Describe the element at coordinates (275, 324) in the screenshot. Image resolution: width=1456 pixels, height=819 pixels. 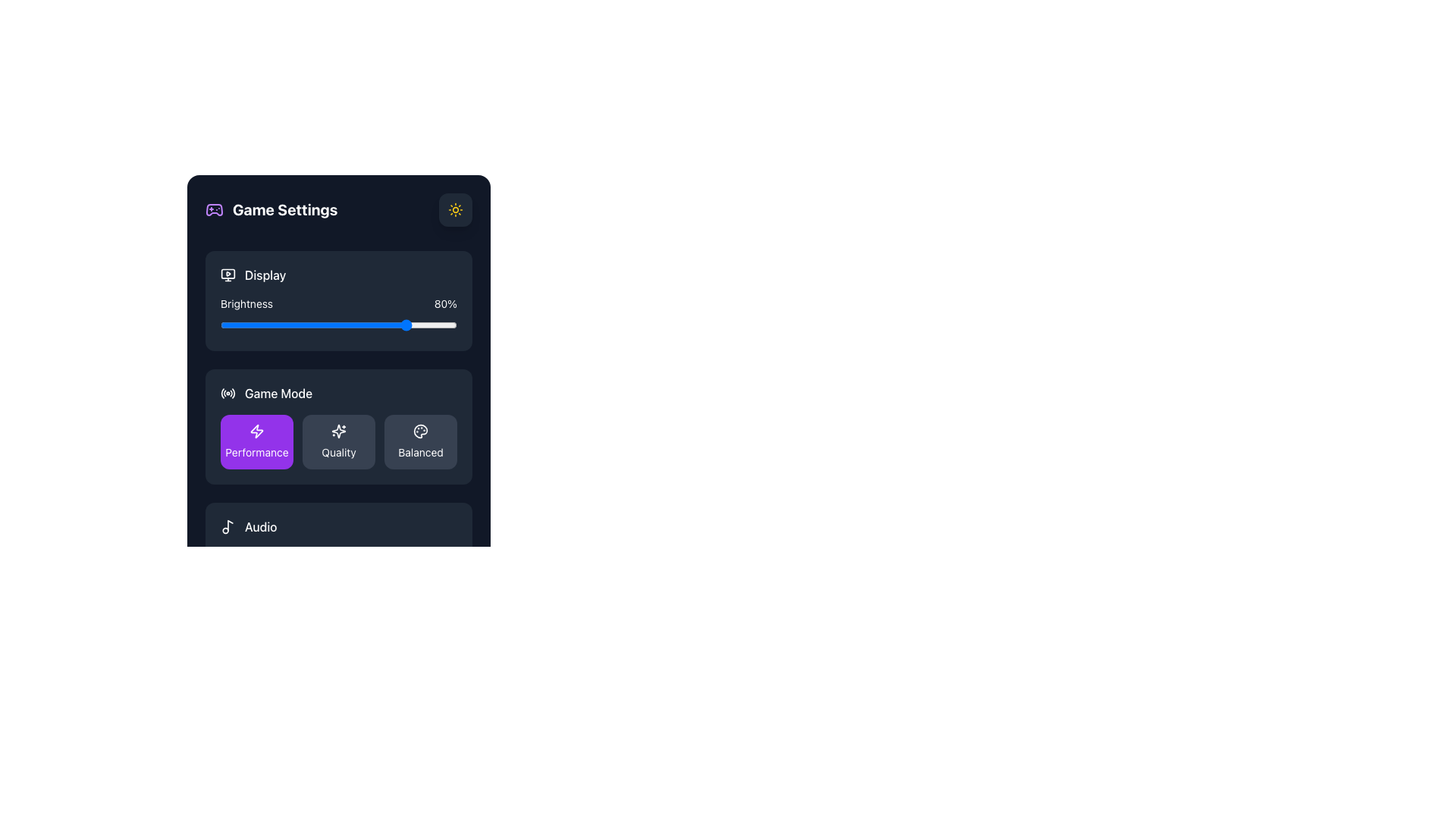
I see `brightness` at that location.